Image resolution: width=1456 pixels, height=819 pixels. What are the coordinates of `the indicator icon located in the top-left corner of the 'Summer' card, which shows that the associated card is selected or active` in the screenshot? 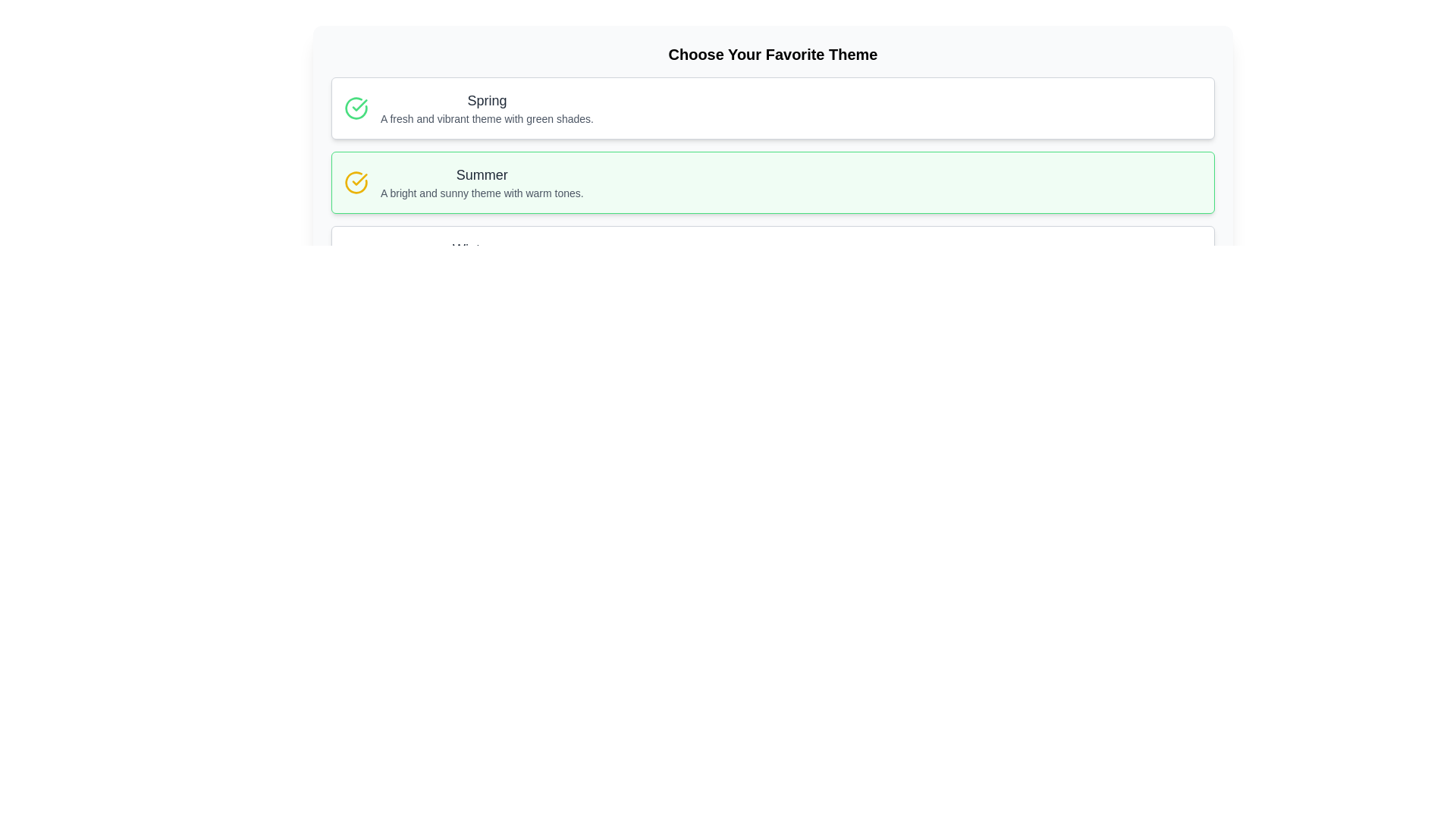 It's located at (356, 181).